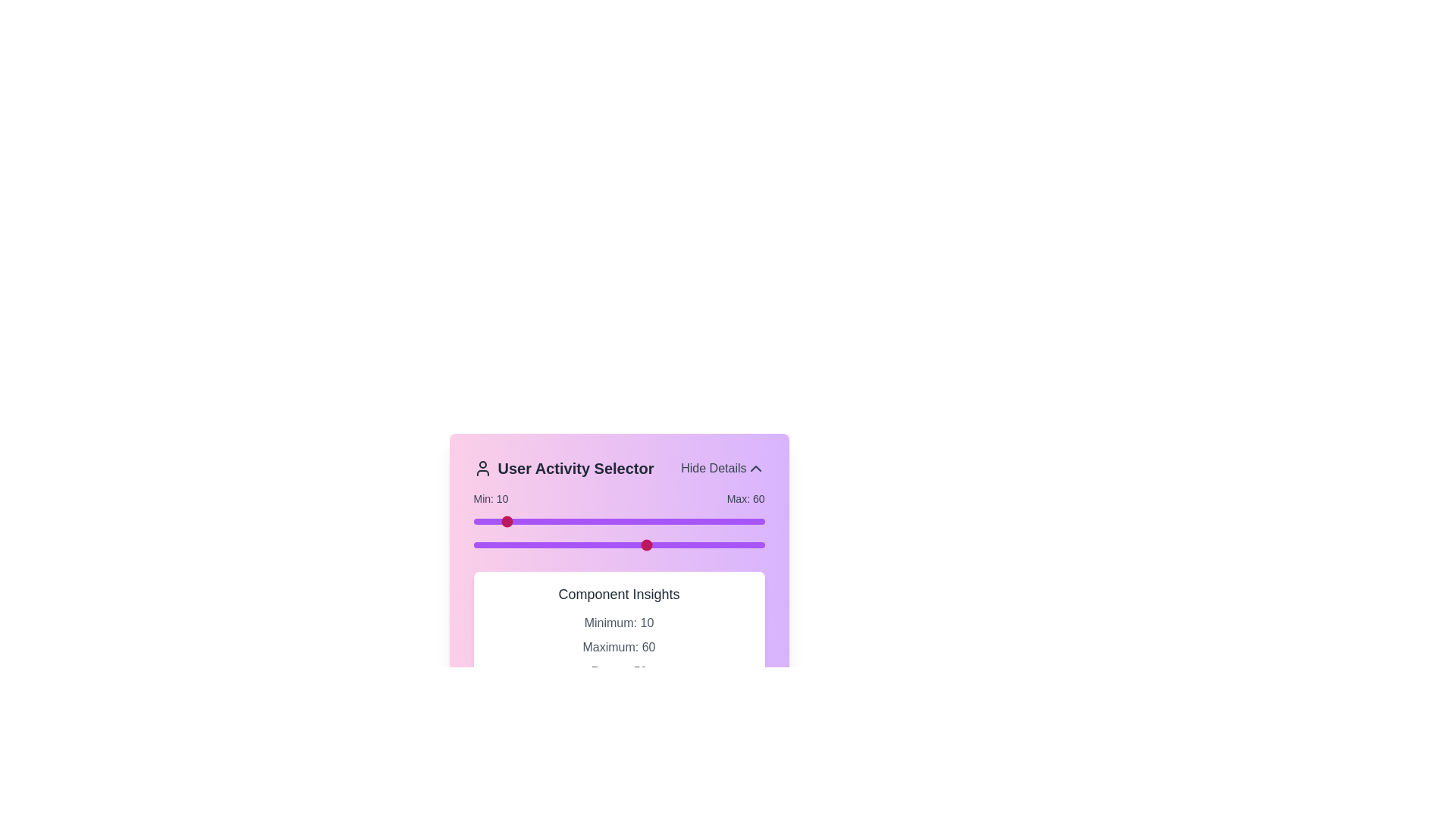 The height and width of the screenshot is (819, 1456). Describe the element at coordinates (543, 520) in the screenshot. I see `the slider to set the range value to 24` at that location.